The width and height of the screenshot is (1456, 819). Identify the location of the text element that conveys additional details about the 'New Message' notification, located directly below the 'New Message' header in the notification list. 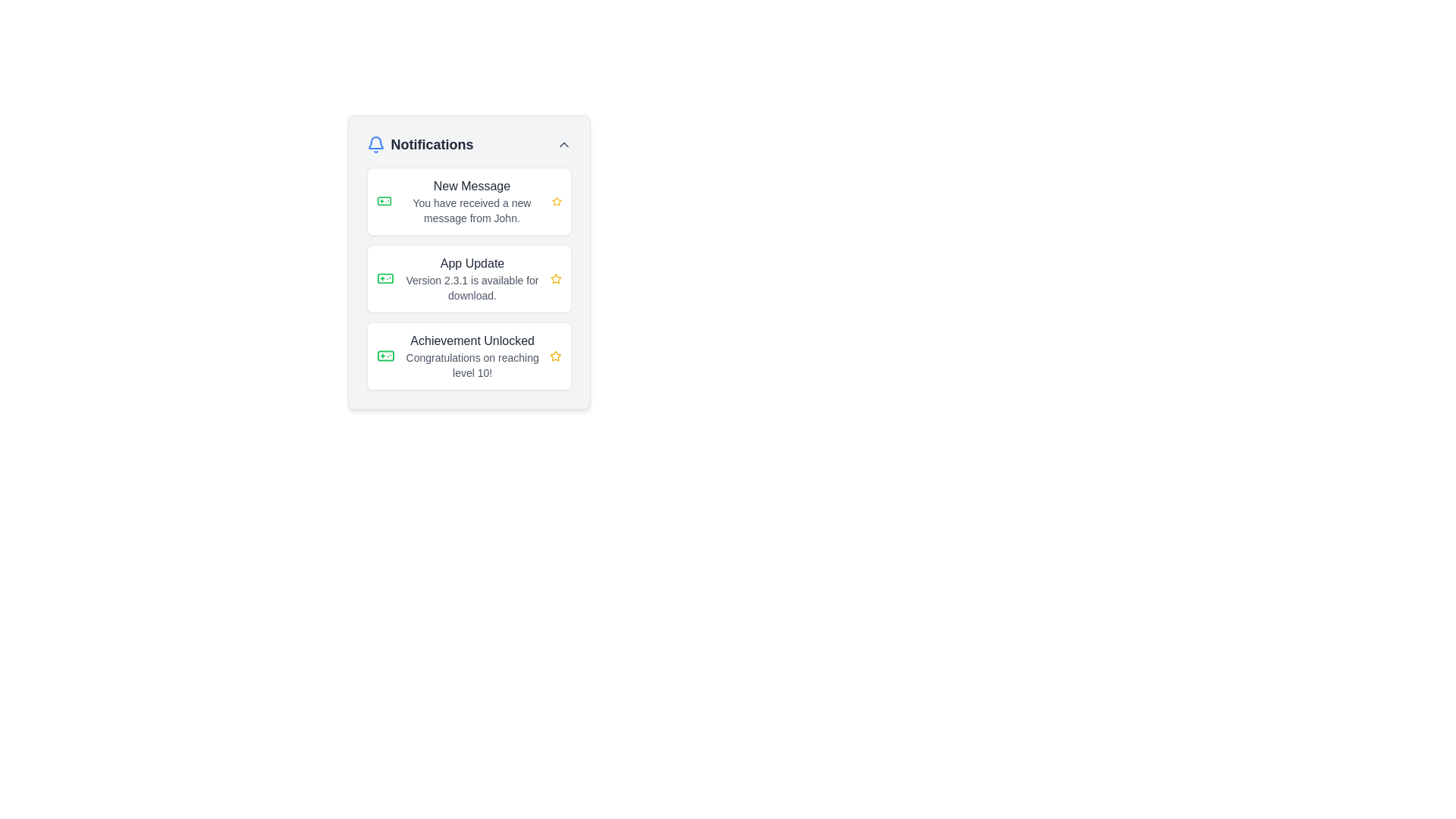
(471, 210).